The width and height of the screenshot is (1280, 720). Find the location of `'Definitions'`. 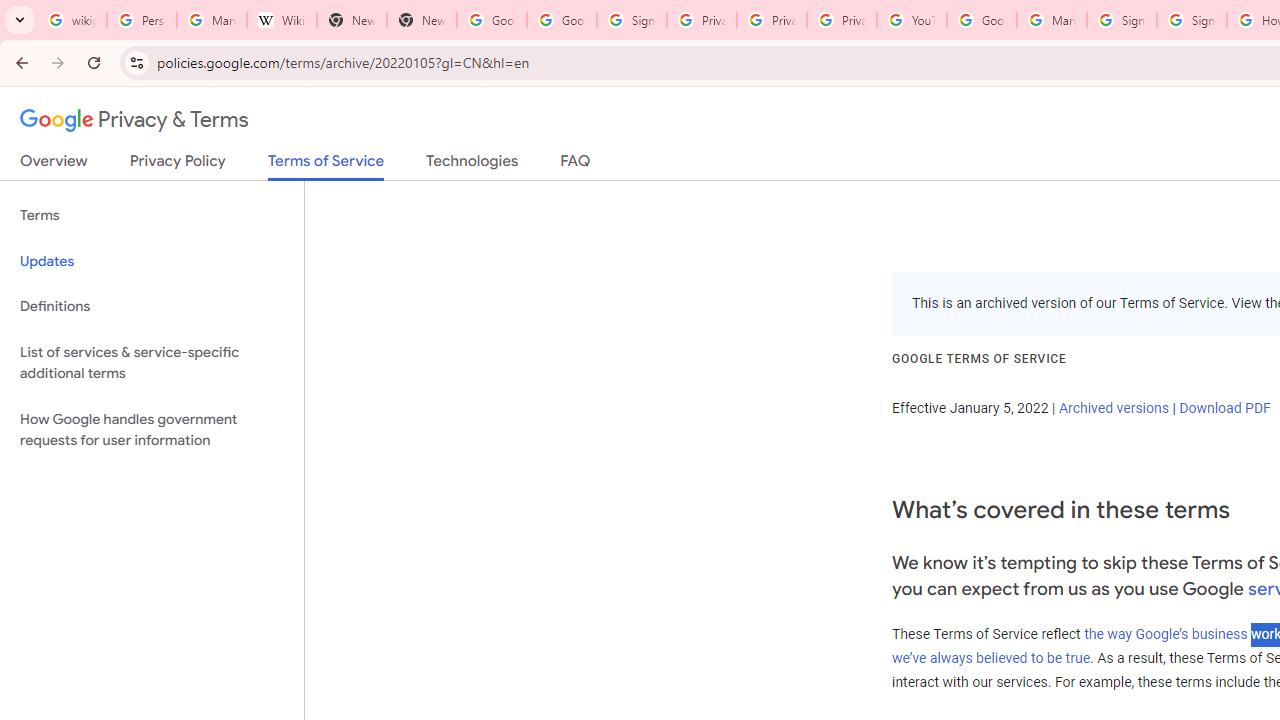

'Definitions' is located at coordinates (151, 306).